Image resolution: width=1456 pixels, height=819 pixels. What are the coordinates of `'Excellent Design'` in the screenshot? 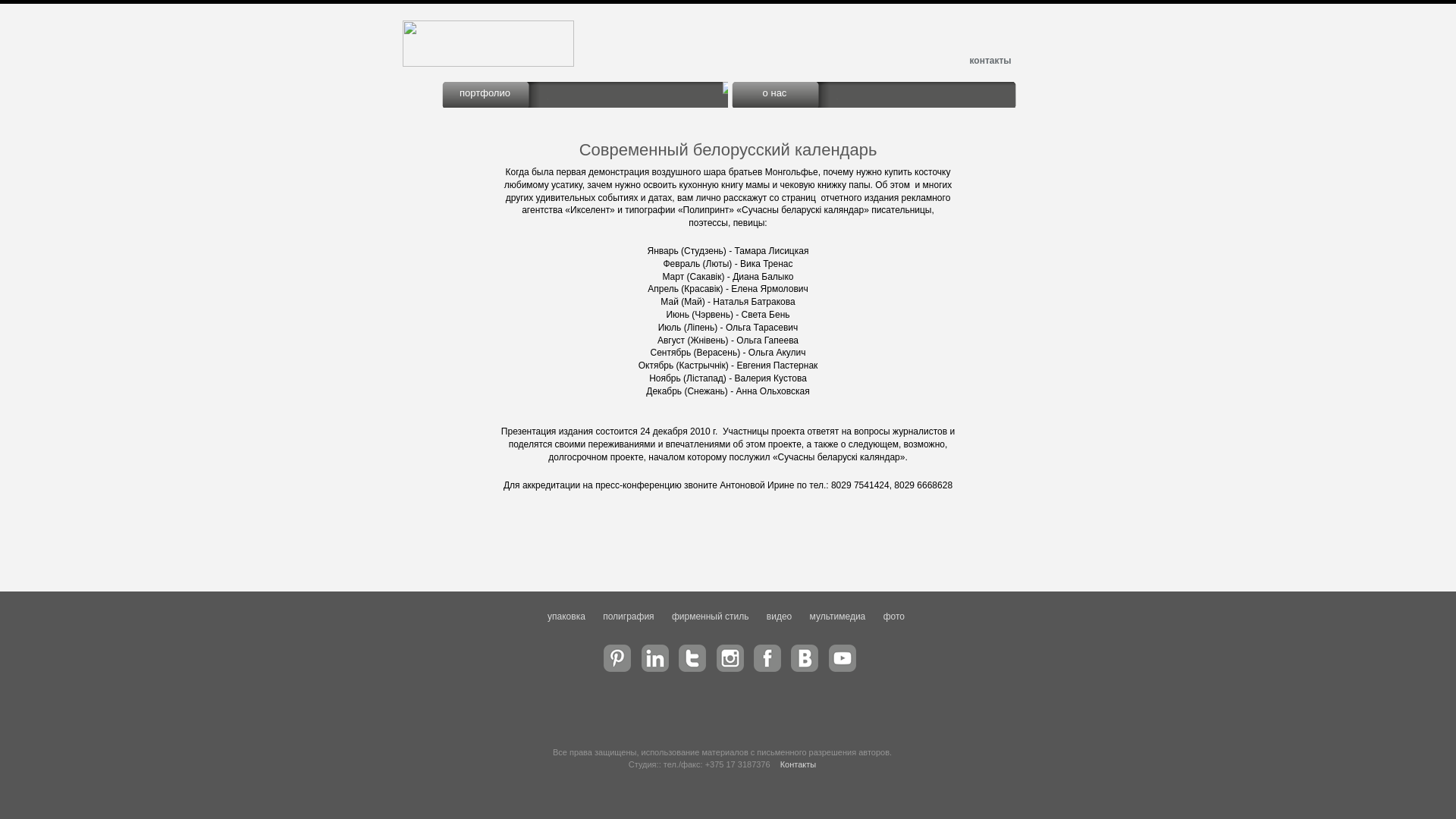 It's located at (488, 63).